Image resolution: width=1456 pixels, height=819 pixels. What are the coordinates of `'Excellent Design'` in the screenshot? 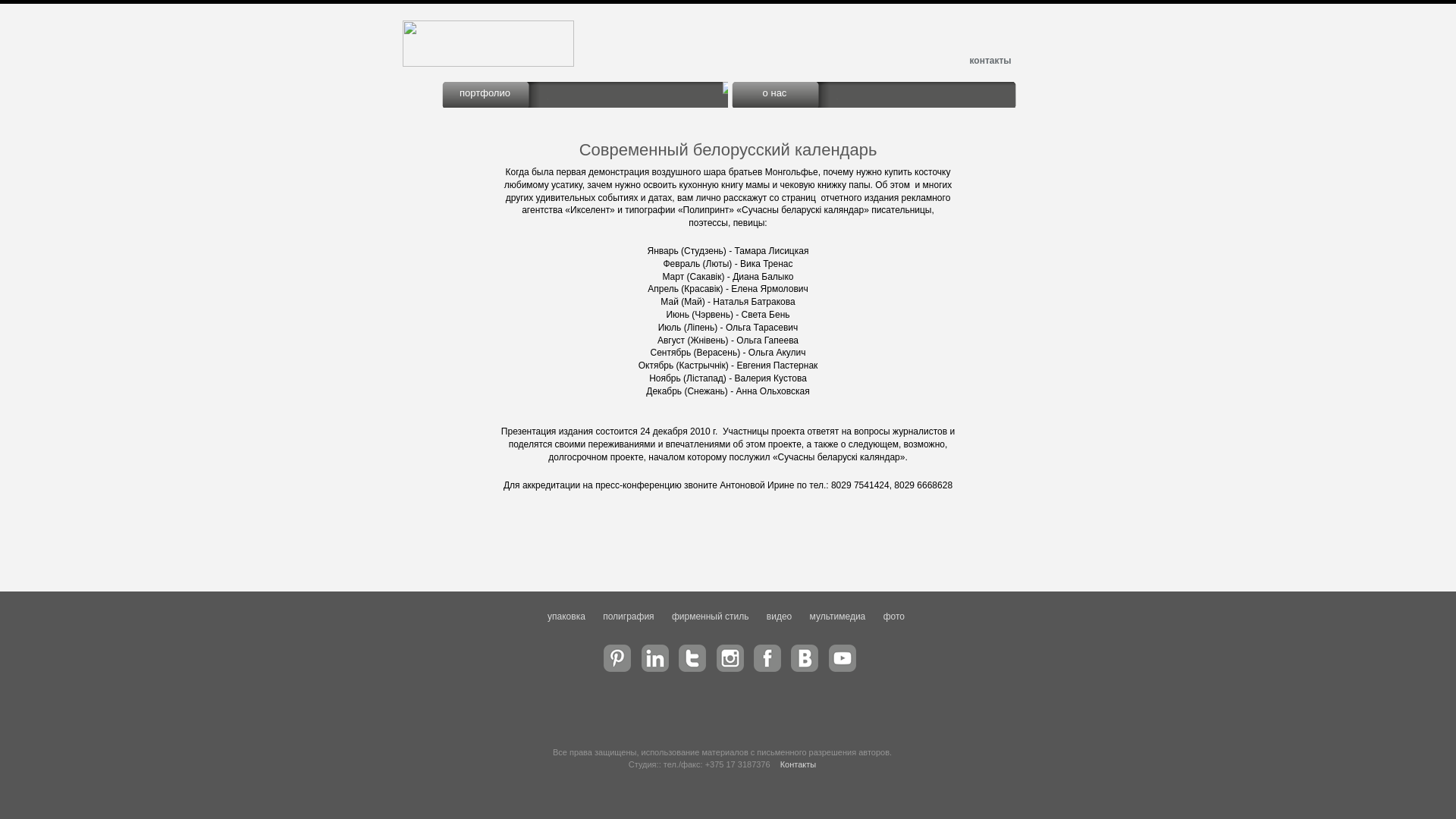 It's located at (488, 63).